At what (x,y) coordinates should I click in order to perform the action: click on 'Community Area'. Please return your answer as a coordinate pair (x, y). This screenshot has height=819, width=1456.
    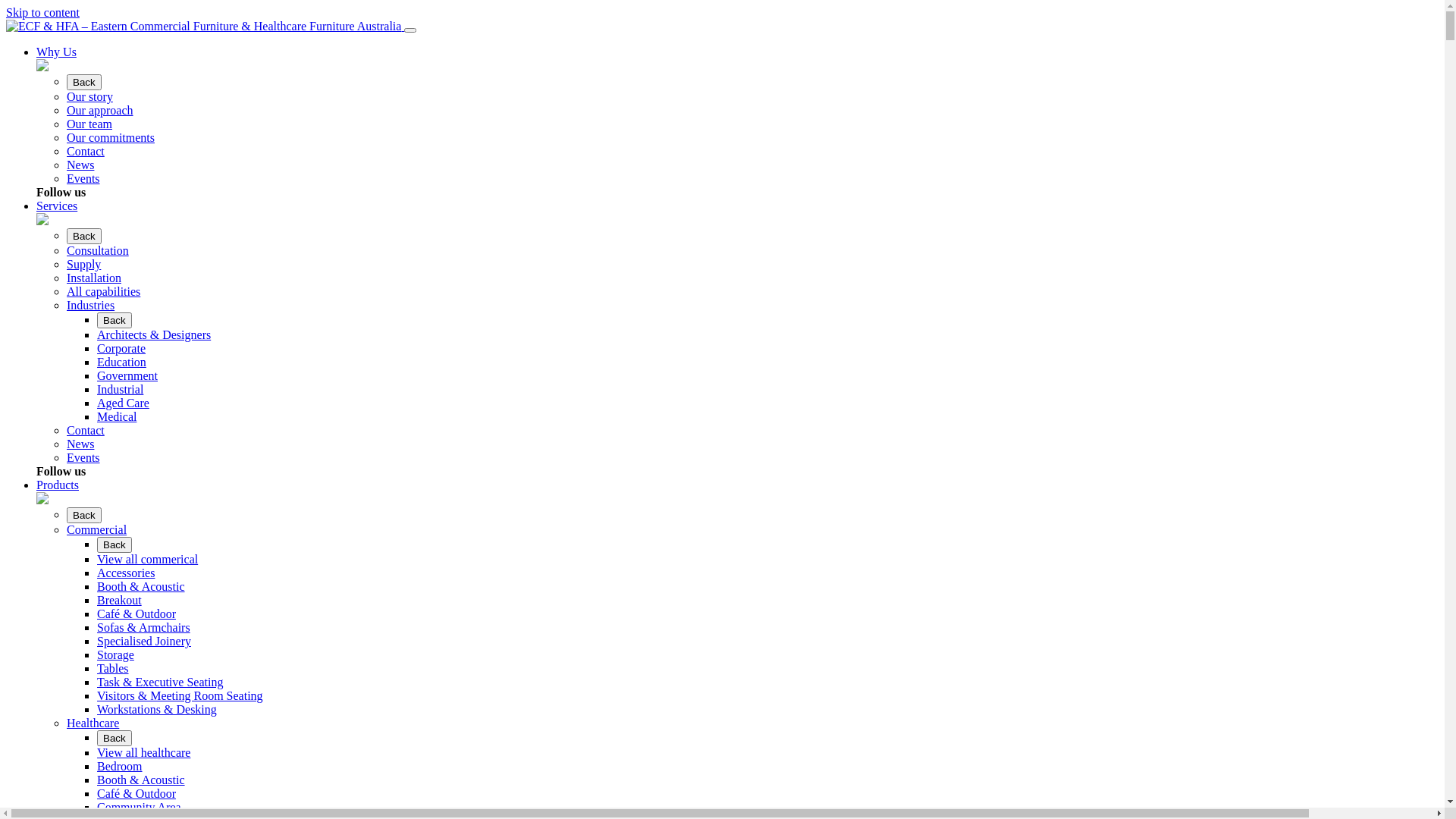
    Looking at the image, I should click on (139, 806).